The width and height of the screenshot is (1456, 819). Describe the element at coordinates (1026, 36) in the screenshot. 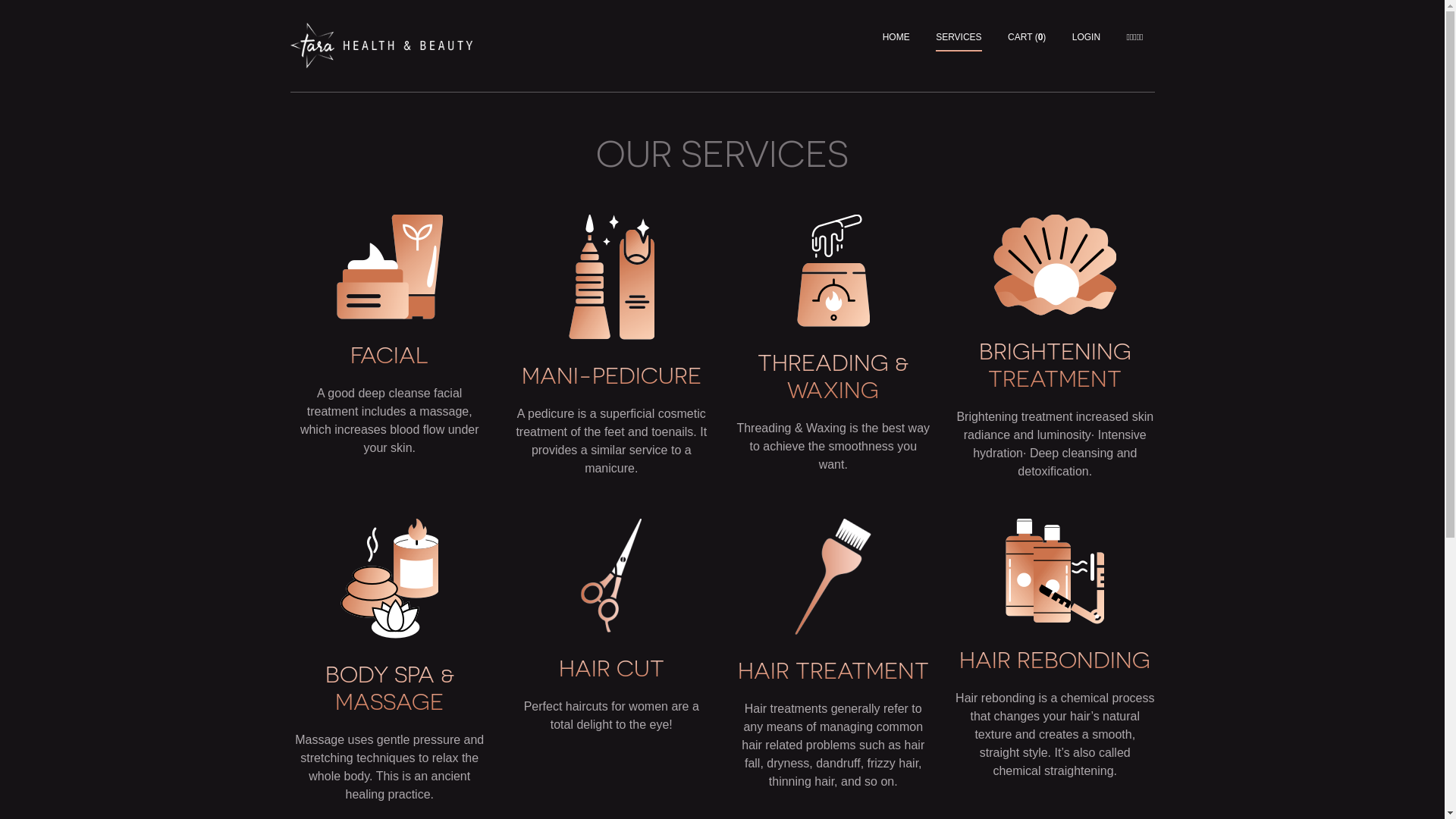

I see `'CART (0)'` at that location.